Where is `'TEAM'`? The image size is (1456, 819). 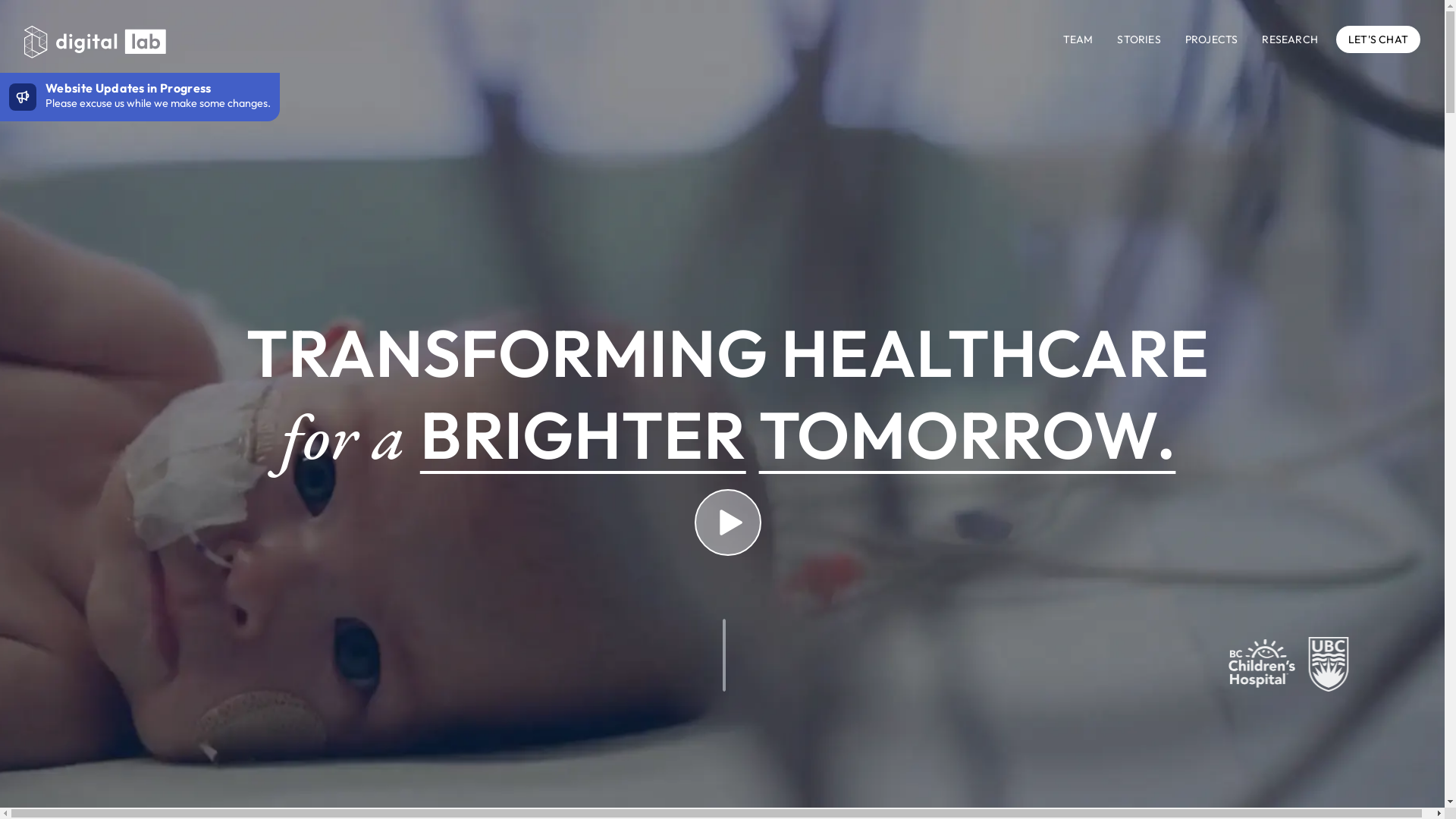
'TEAM' is located at coordinates (1077, 38).